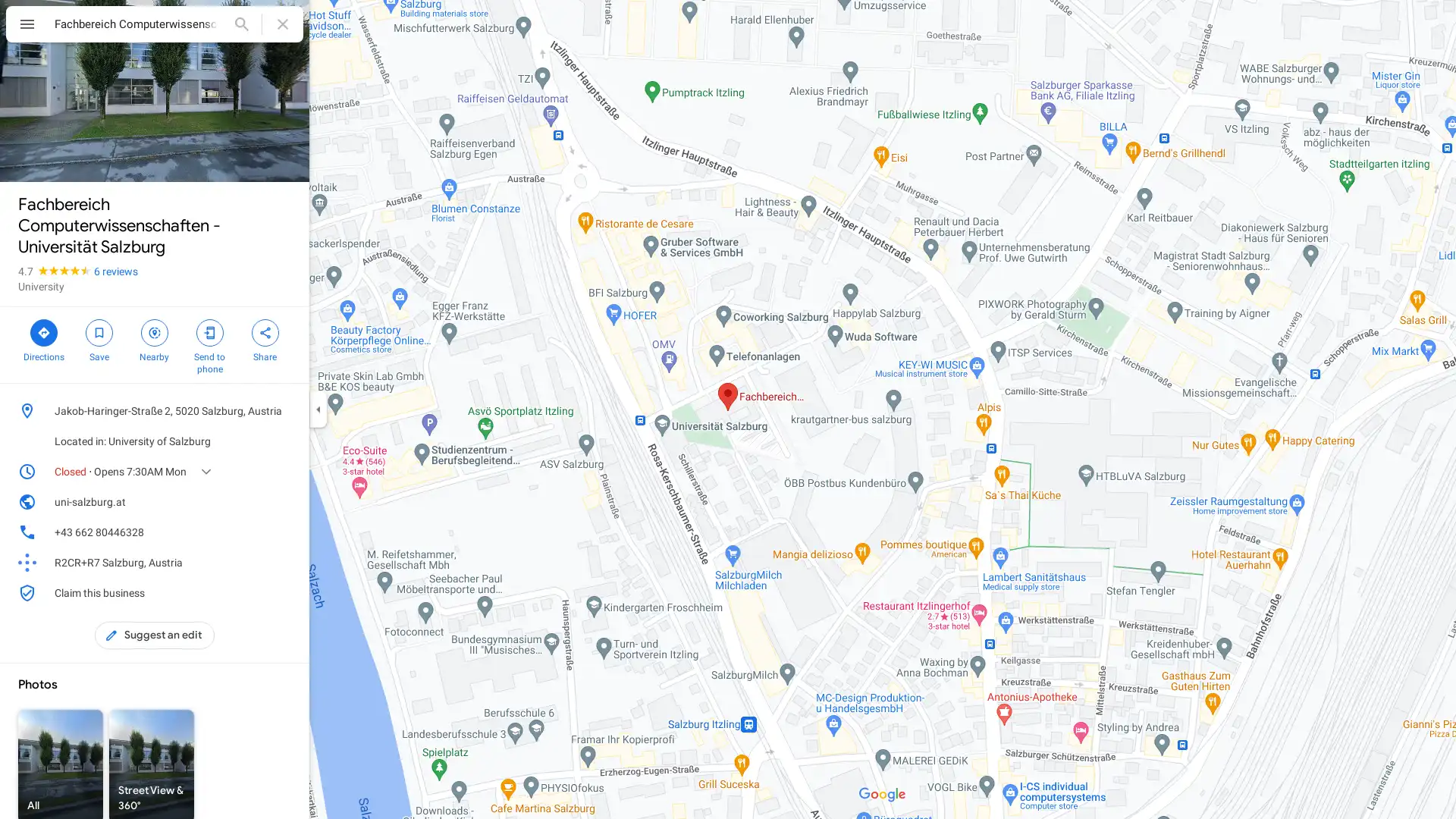  What do you see at coordinates (261, 502) in the screenshot?
I see `Open website` at bounding box center [261, 502].